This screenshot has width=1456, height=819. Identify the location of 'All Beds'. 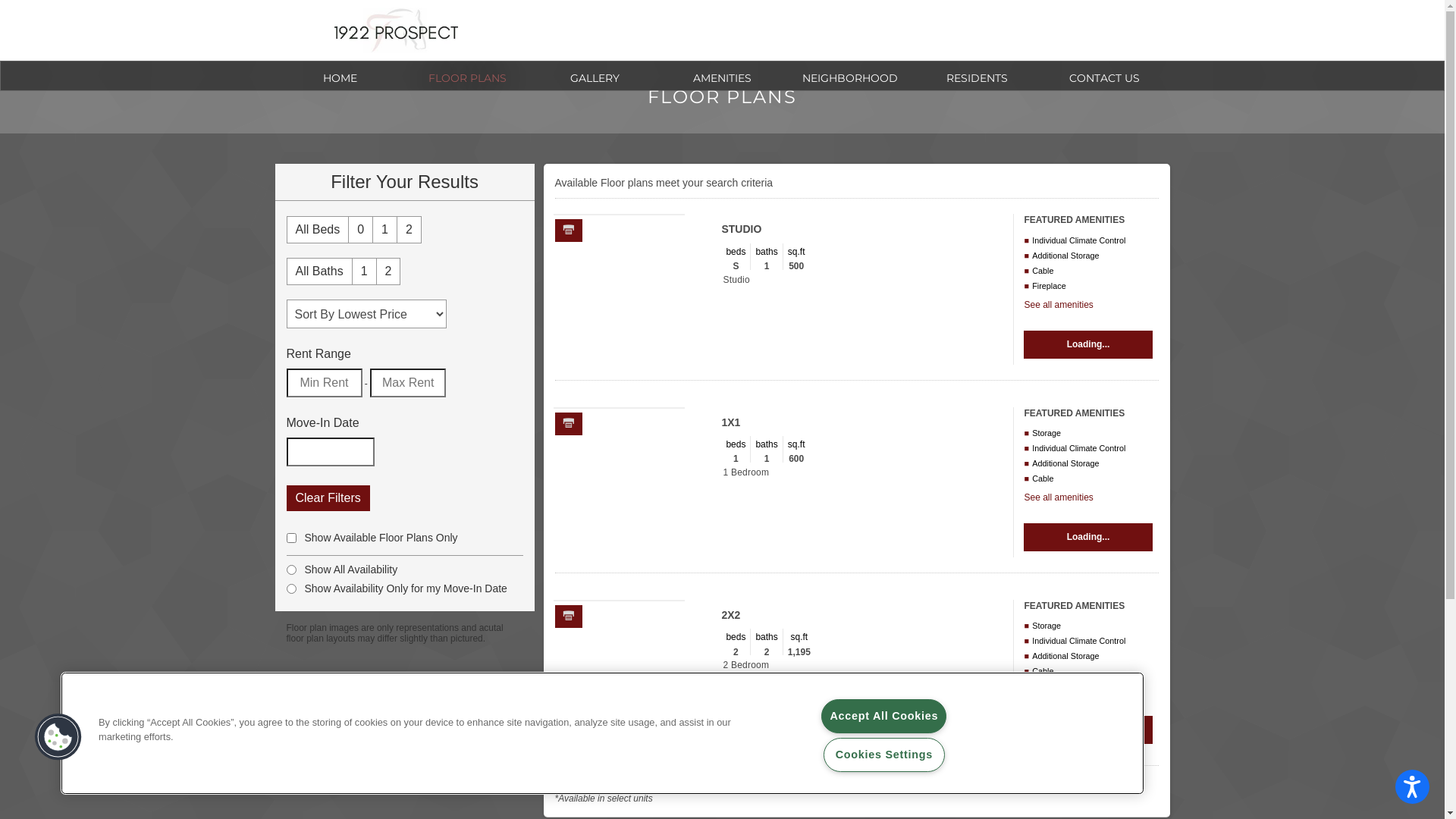
(316, 230).